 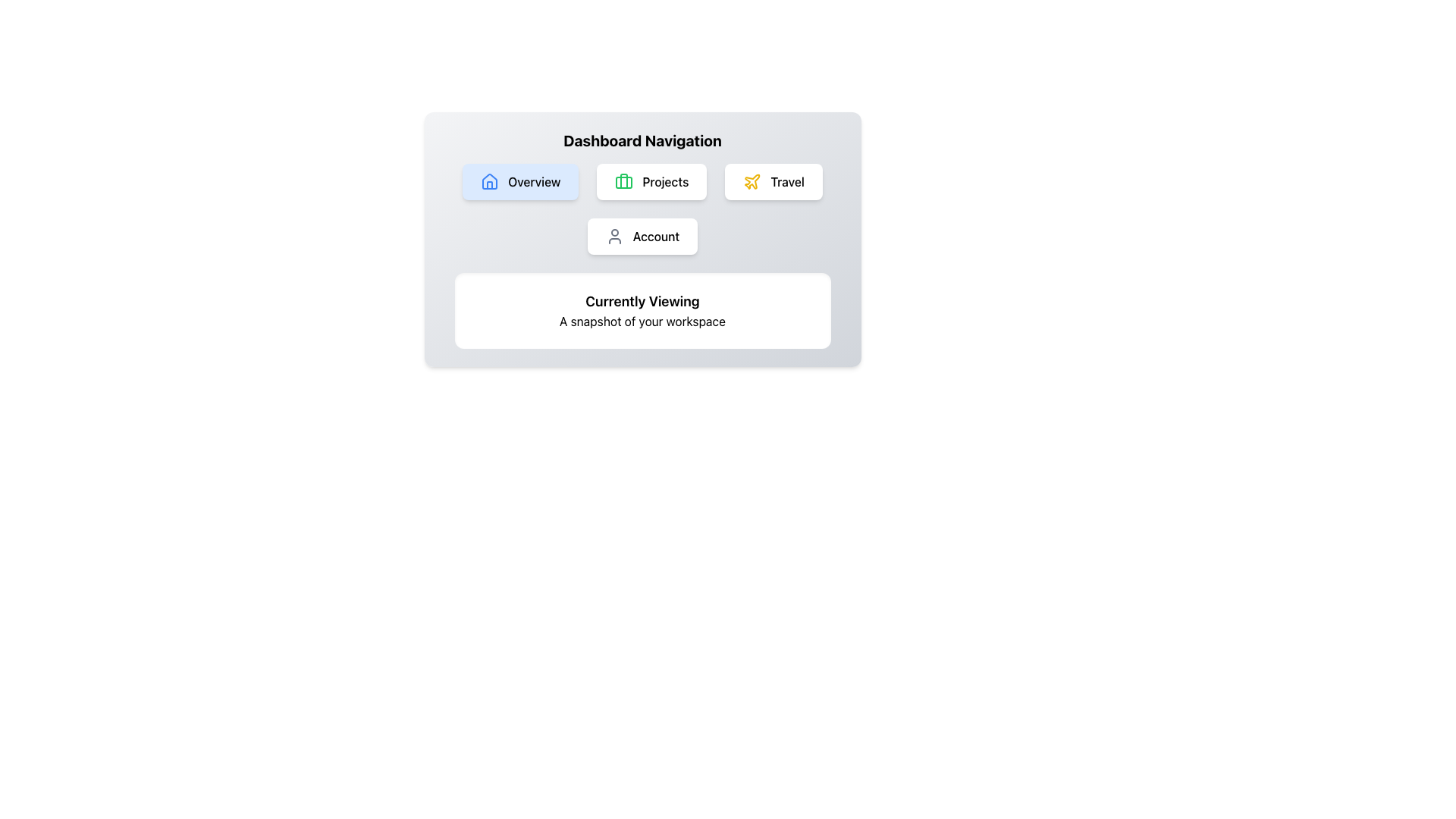 What do you see at coordinates (490, 180) in the screenshot?
I see `the compact and stylized house icon located in the leftmost navigation button labeled 'Overview' in the 'Dashboard Navigation' section` at bounding box center [490, 180].